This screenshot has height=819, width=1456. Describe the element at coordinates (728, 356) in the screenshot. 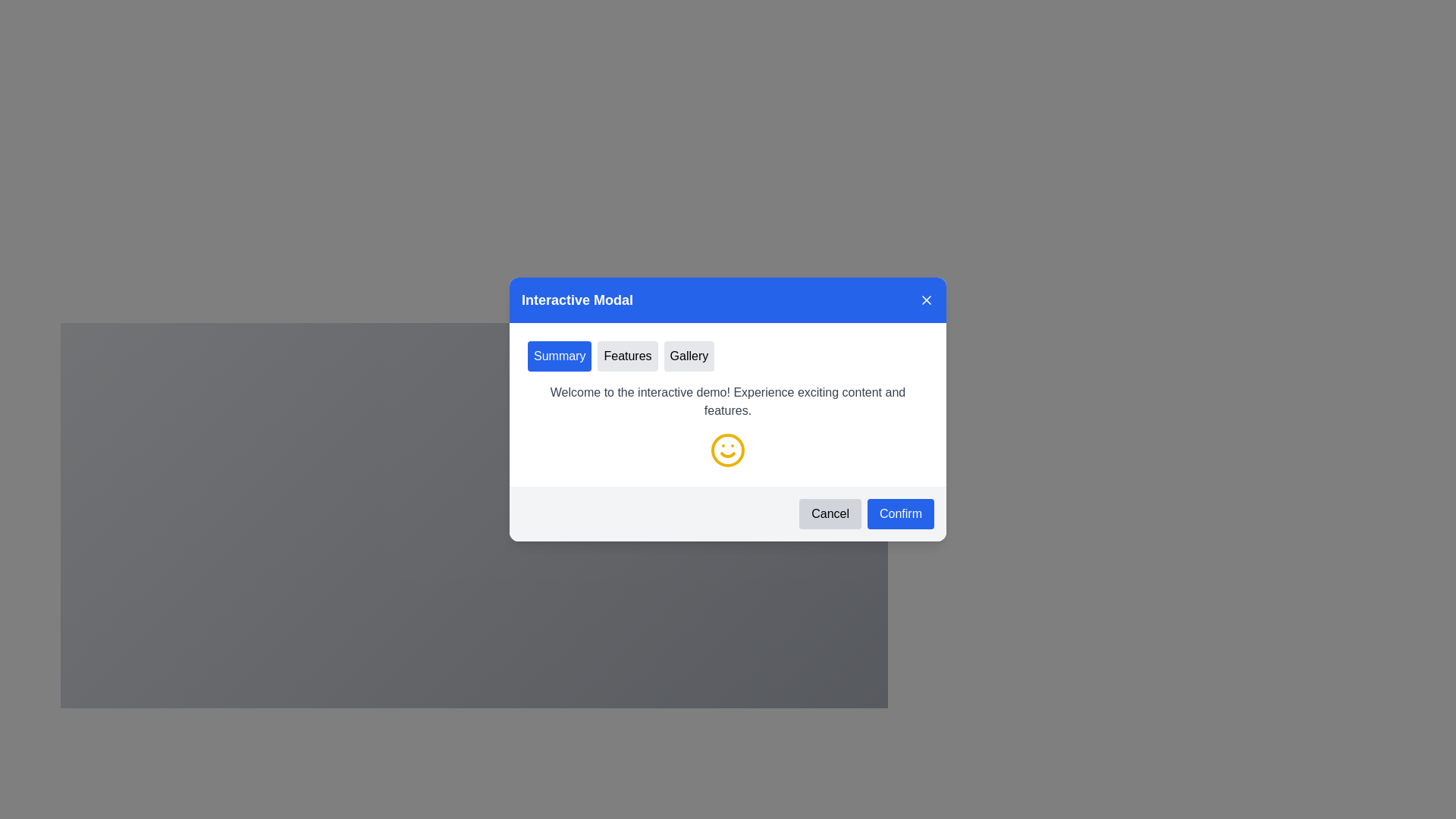

I see `the tab bar in the modal` at that location.